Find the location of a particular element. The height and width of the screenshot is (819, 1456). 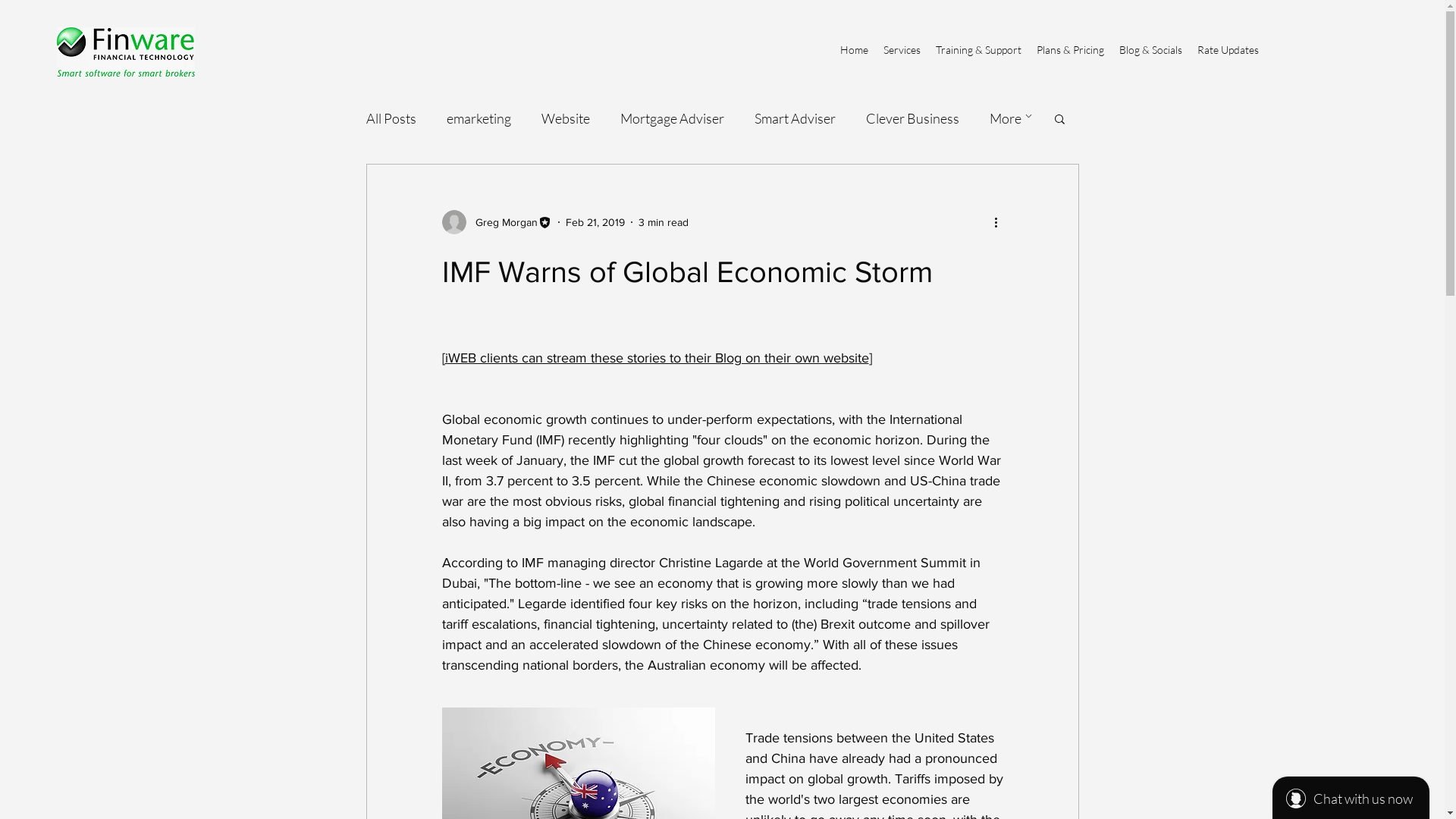

'Website' is located at coordinates (564, 117).